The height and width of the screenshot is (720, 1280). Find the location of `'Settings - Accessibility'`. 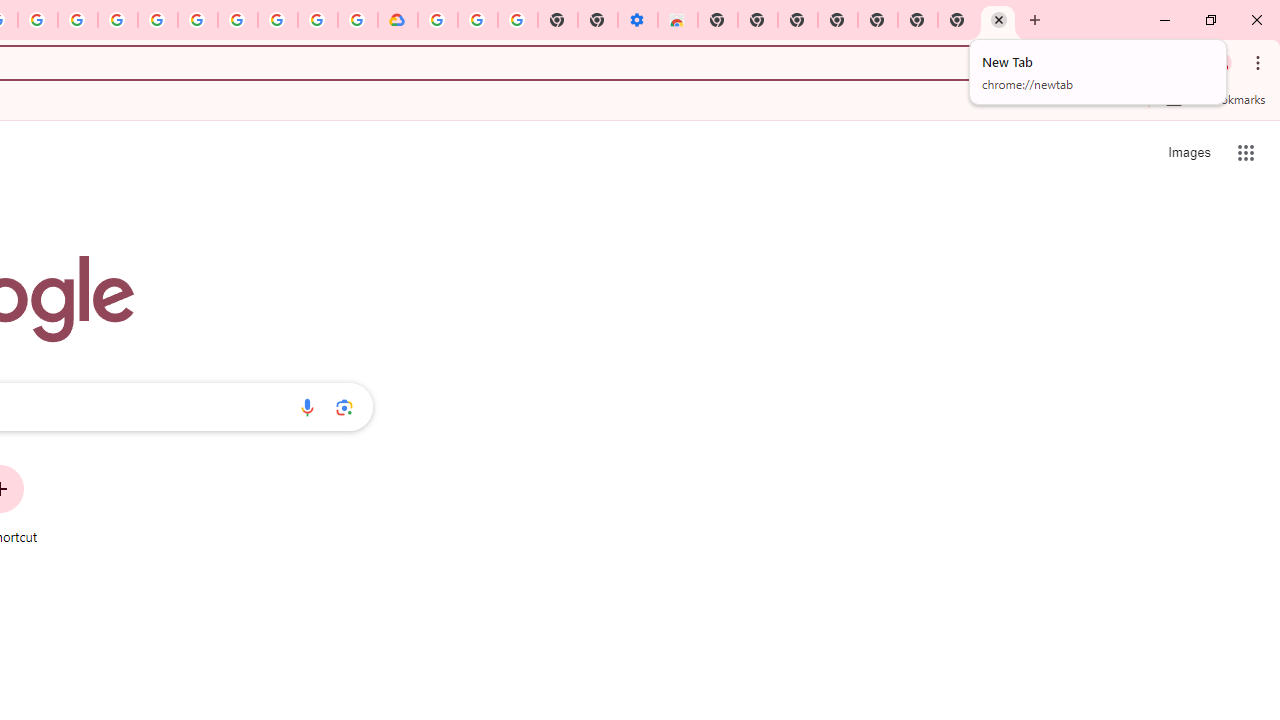

'Settings - Accessibility' is located at coordinates (637, 20).